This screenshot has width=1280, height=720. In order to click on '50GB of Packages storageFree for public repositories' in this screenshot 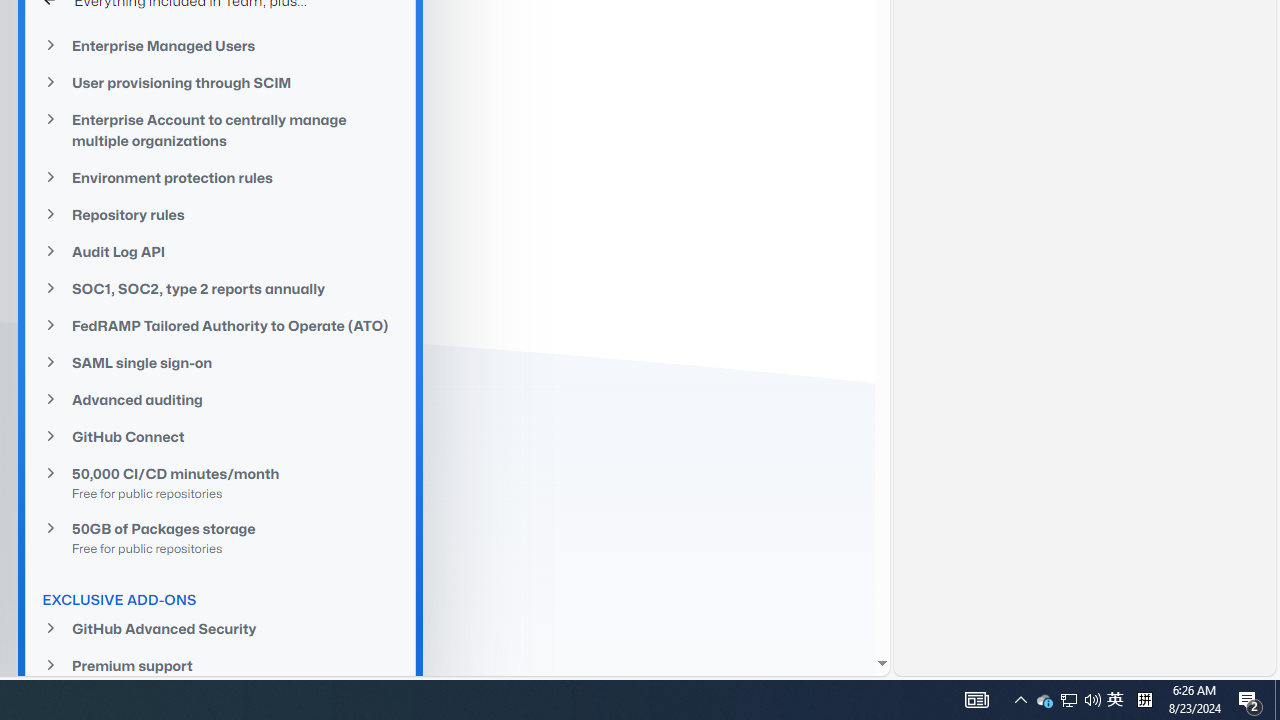, I will do `click(220, 536)`.